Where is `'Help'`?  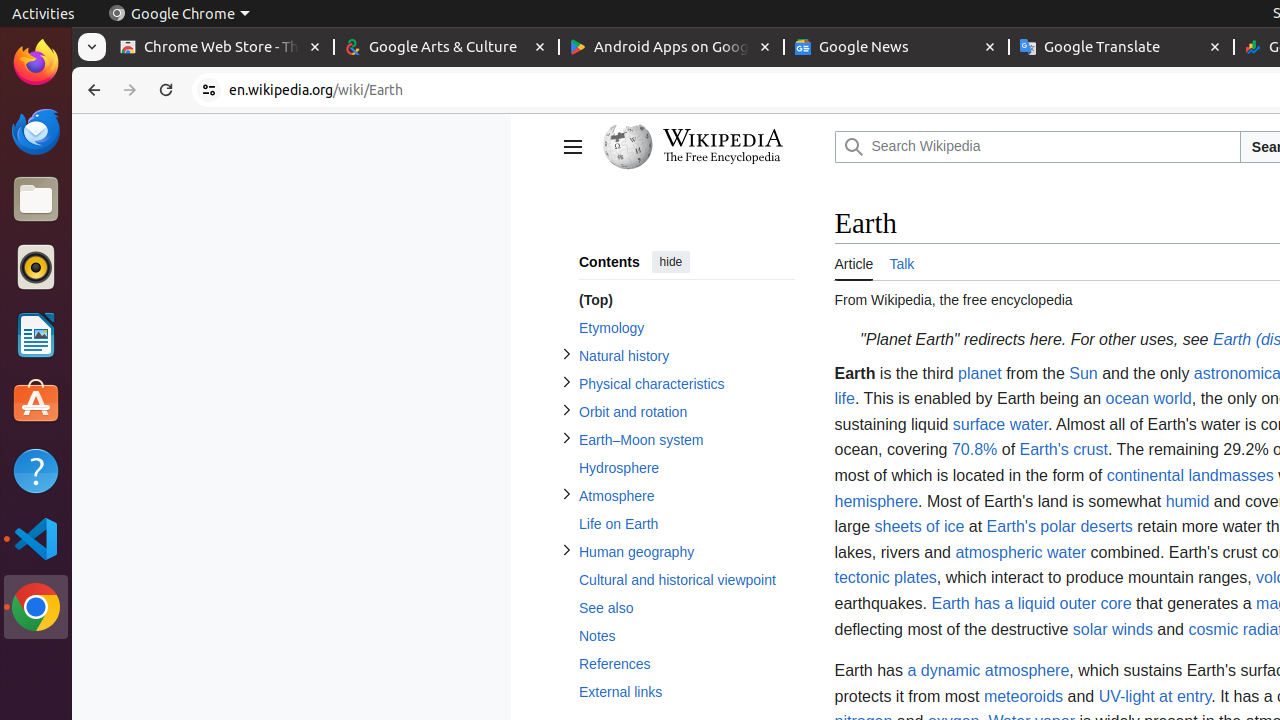 'Help' is located at coordinates (35, 471).